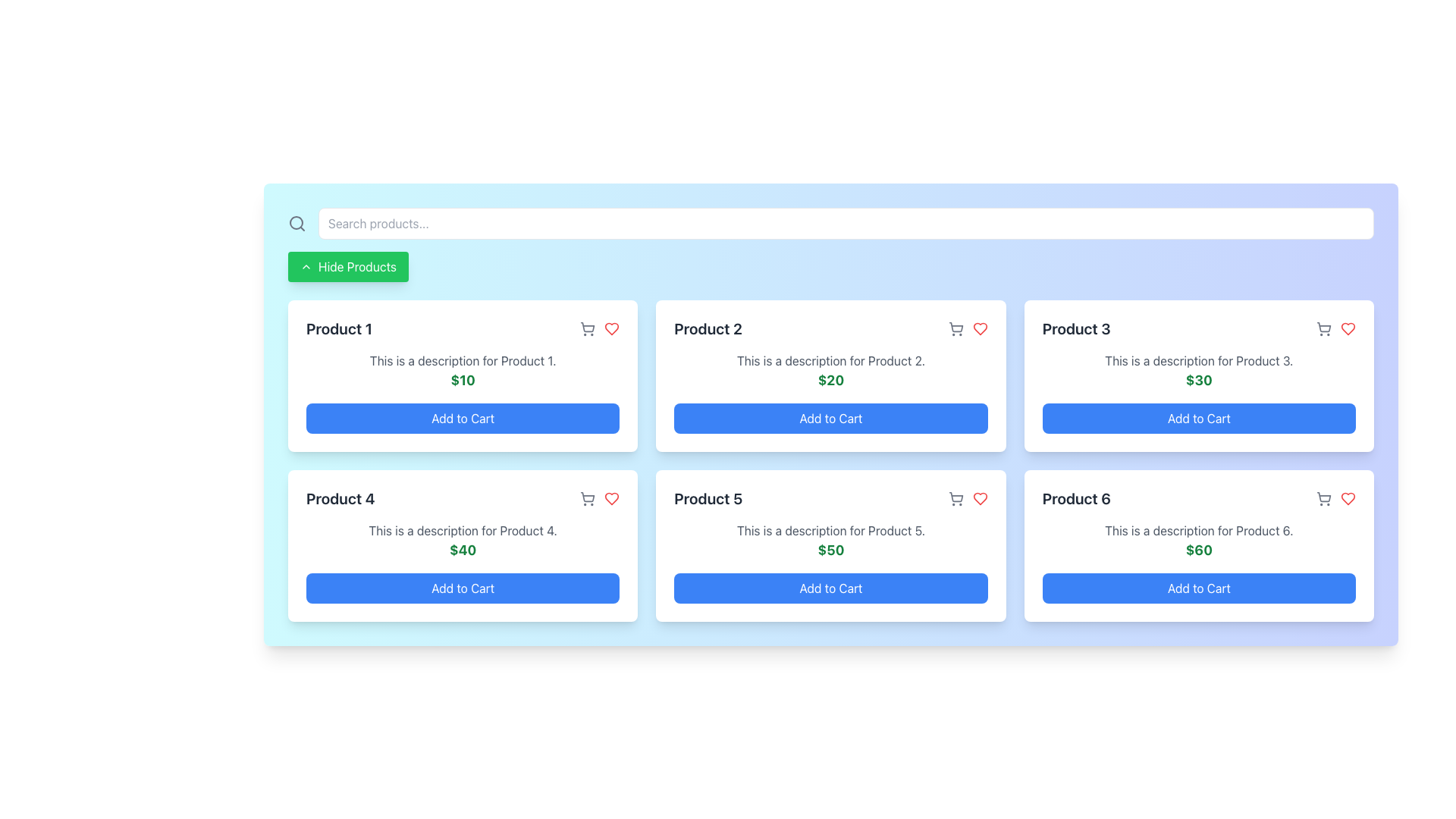  What do you see at coordinates (1198, 587) in the screenshot?
I see `the 'Add Product 6 to Cart' button located at the bottom of the 'Product 6' card` at bounding box center [1198, 587].